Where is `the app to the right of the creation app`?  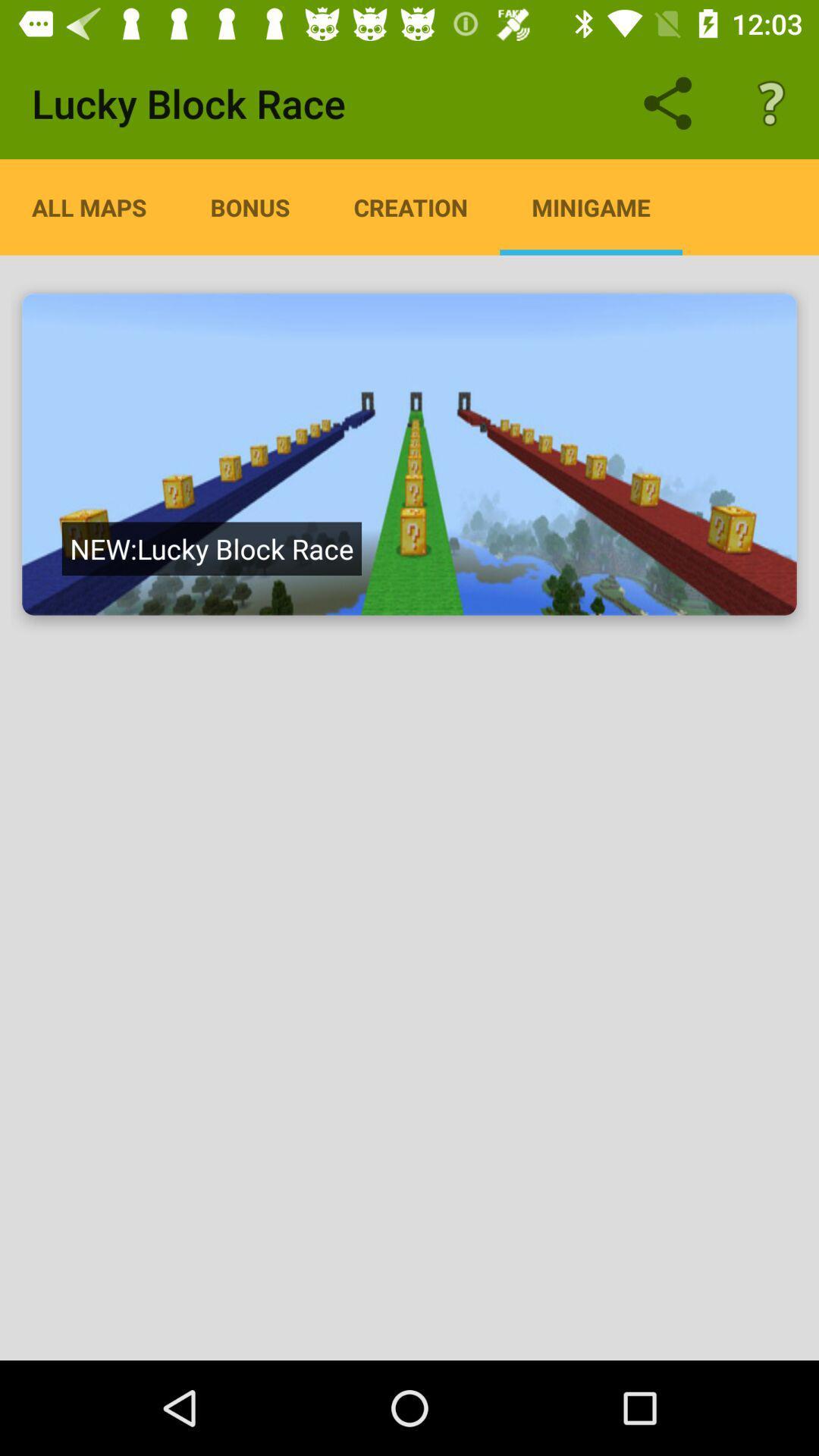 the app to the right of the creation app is located at coordinates (590, 206).